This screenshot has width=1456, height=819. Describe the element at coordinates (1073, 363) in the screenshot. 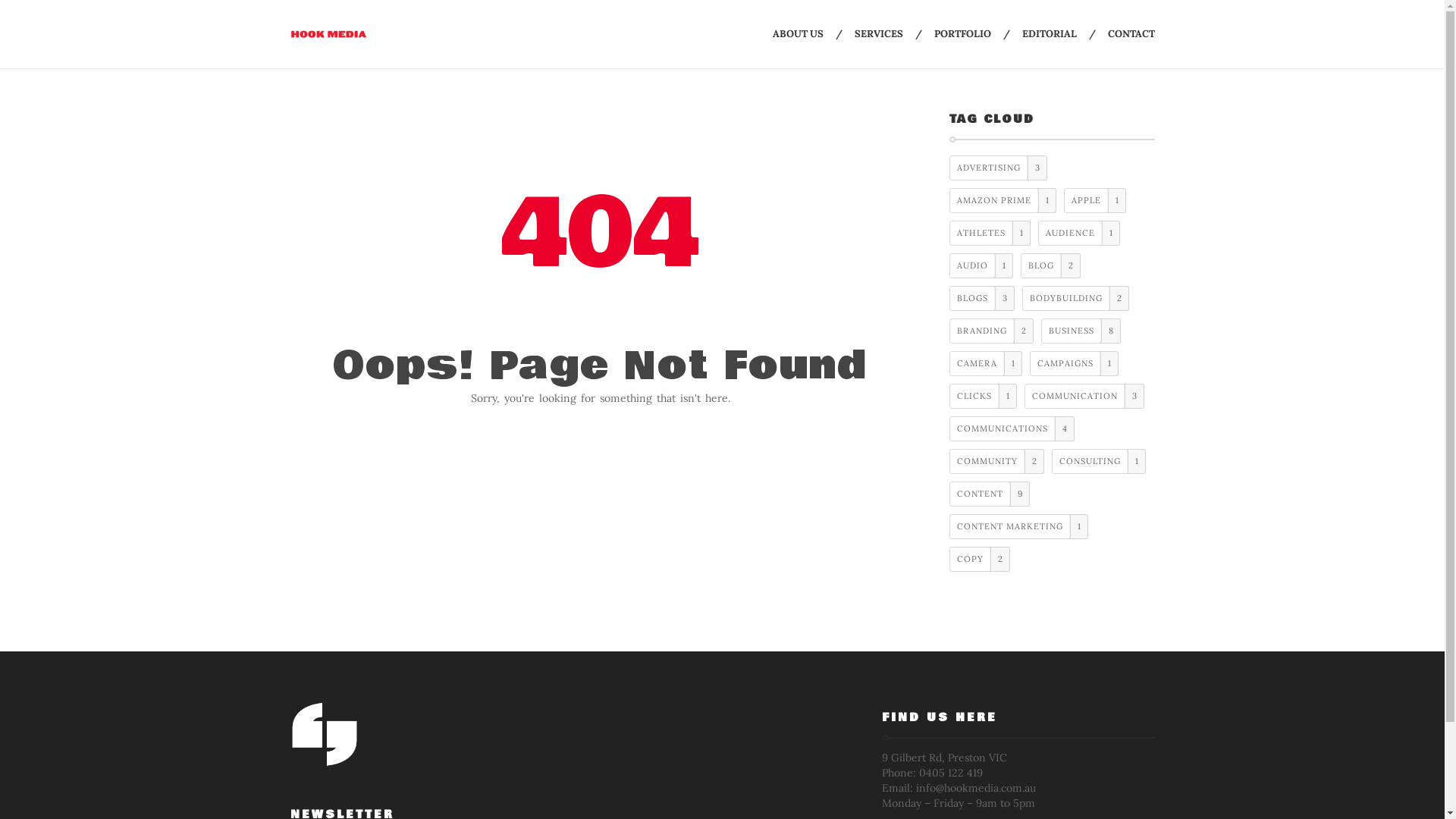

I see `'CAMPAIGNS1'` at that location.